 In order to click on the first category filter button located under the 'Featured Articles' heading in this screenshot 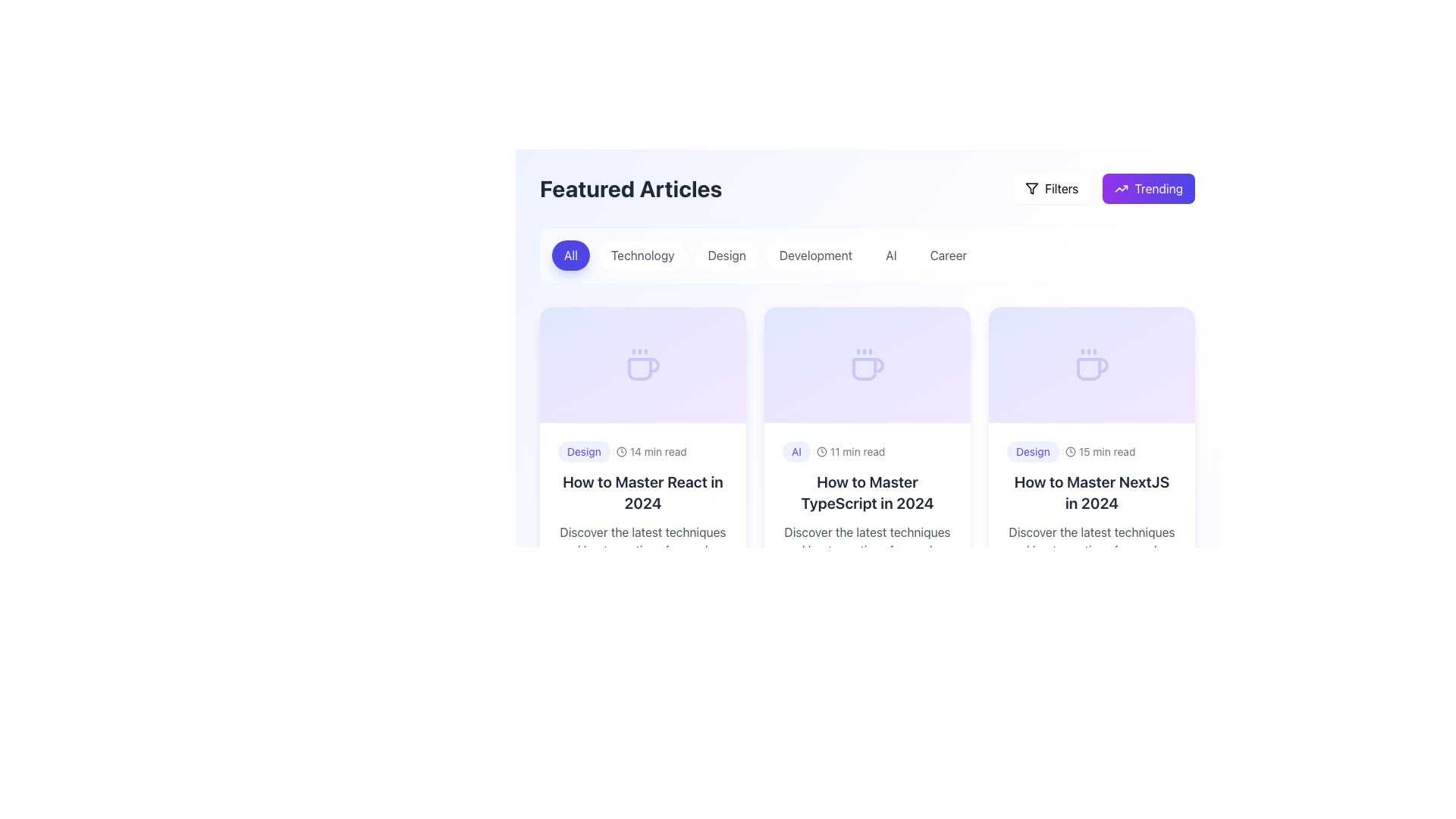, I will do `click(570, 254)`.